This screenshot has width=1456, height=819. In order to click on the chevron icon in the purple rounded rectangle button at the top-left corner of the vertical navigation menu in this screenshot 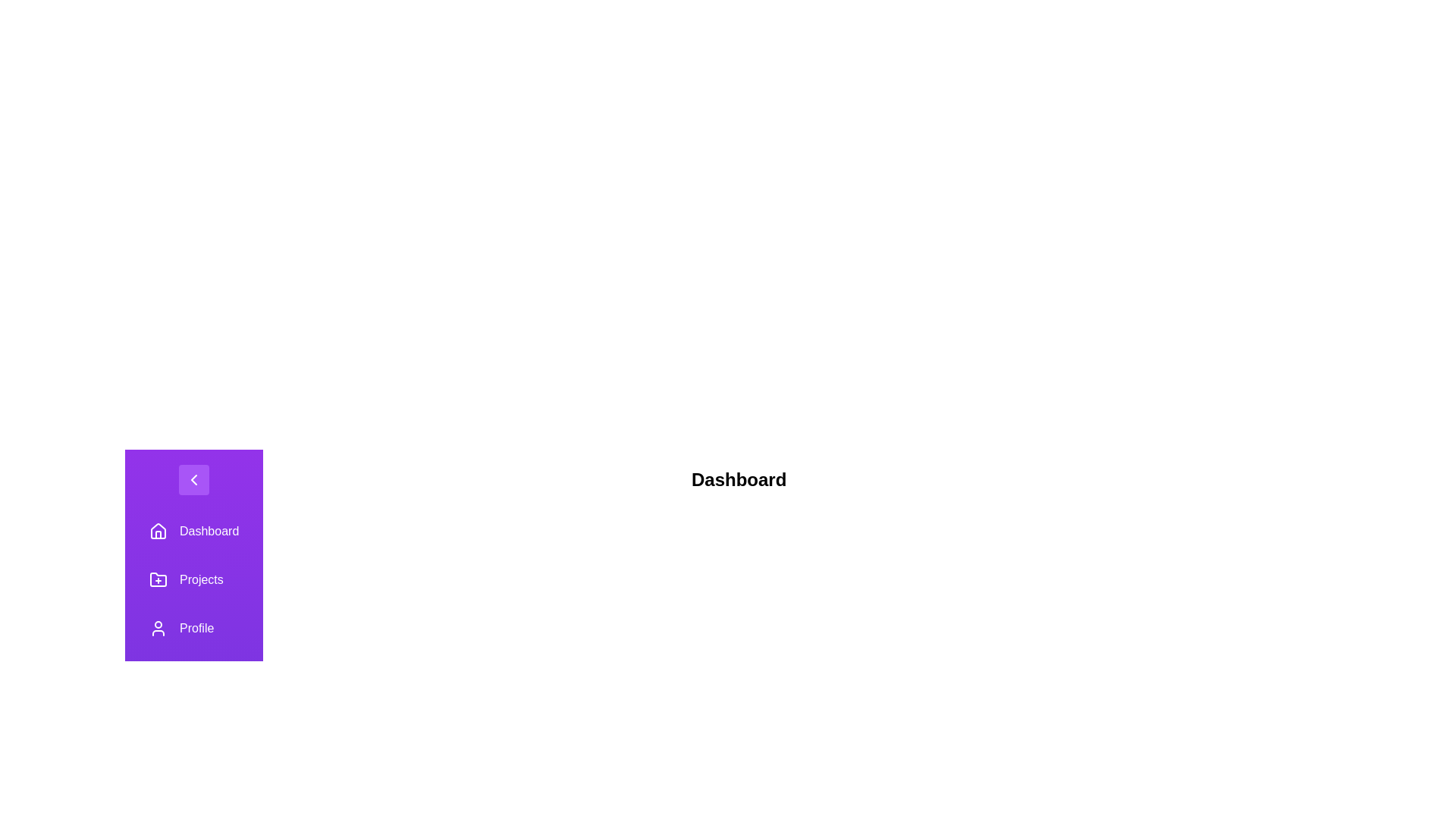, I will do `click(193, 479)`.